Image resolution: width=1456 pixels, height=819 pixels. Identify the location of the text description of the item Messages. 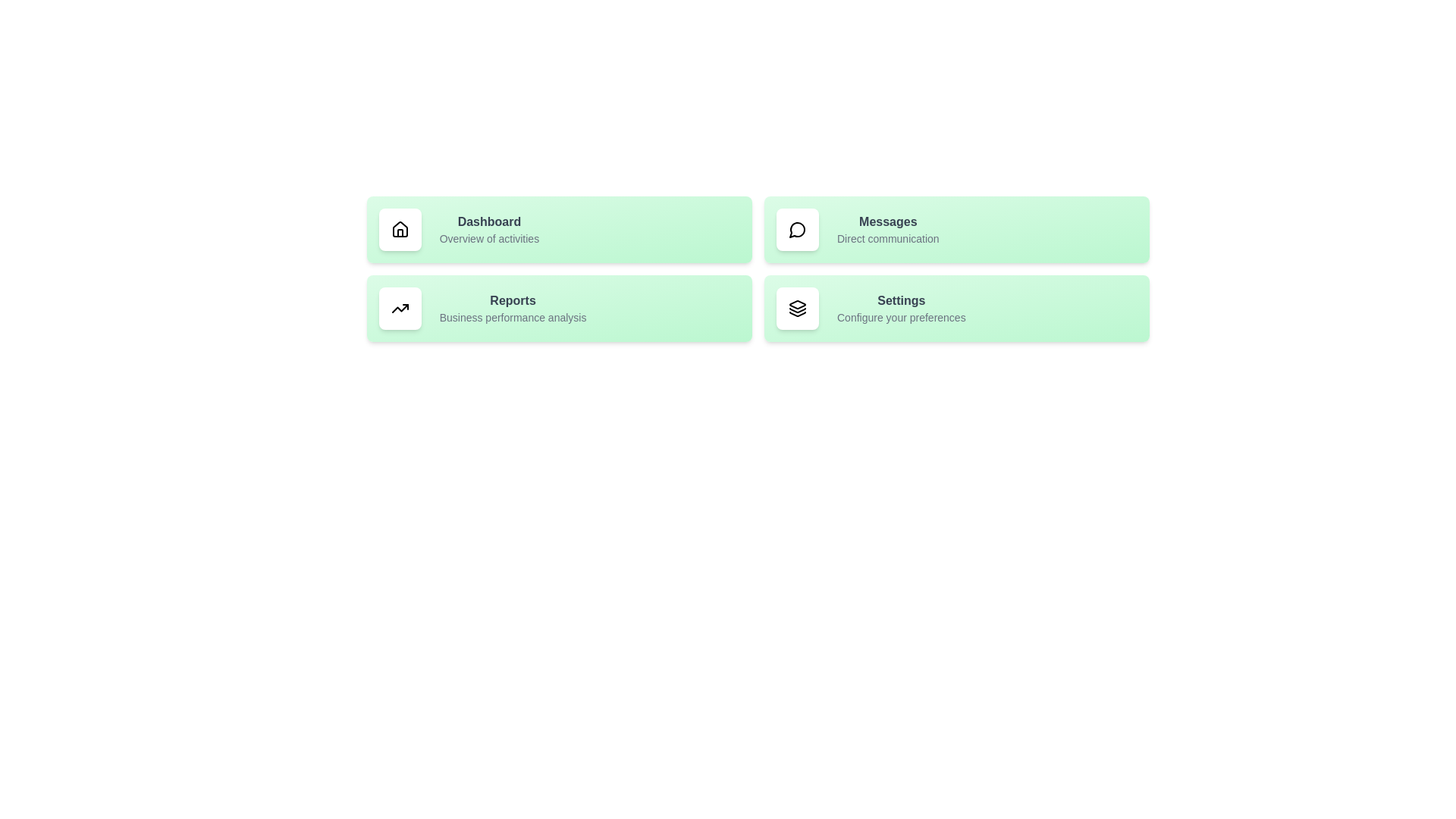
(888, 239).